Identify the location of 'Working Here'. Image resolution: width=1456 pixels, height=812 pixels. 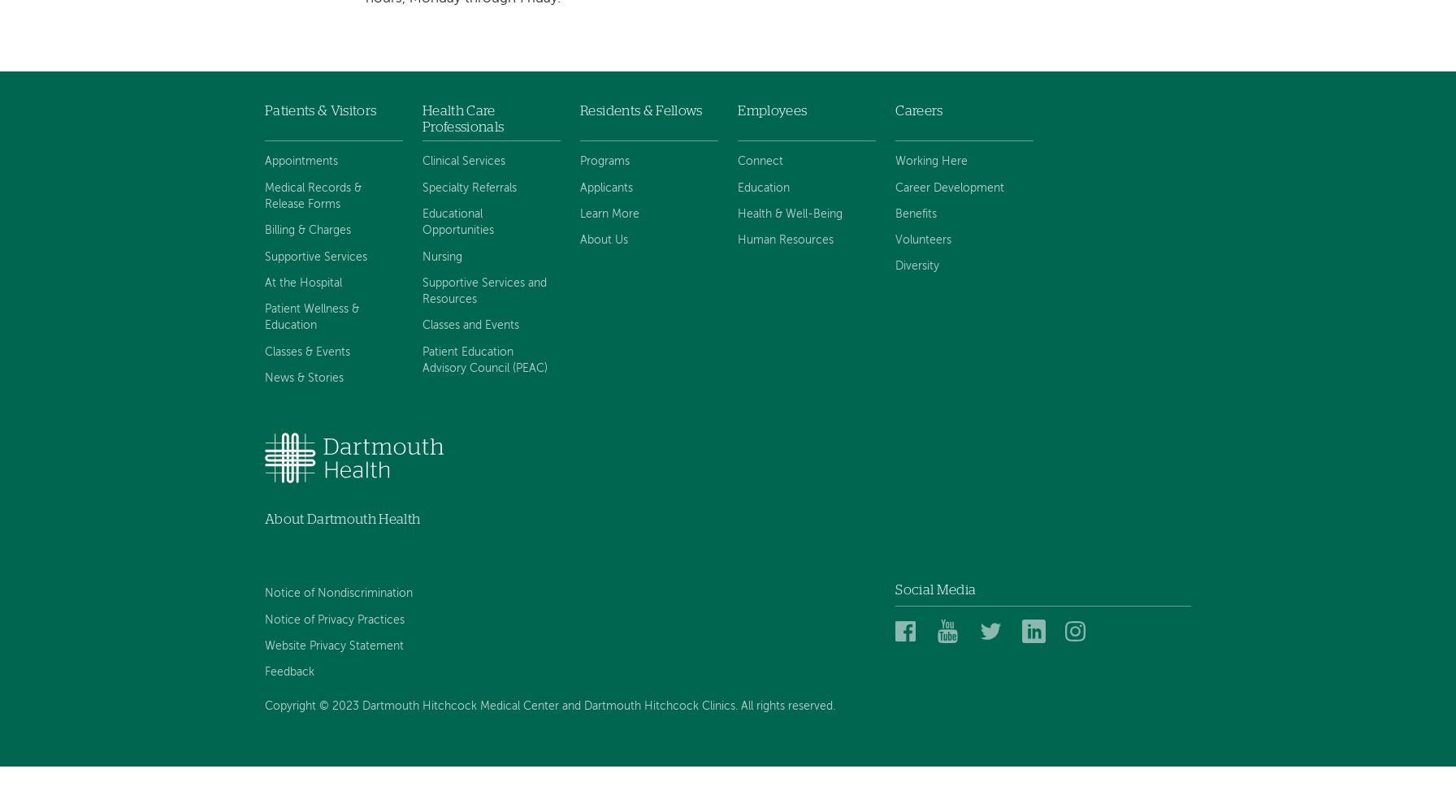
(931, 161).